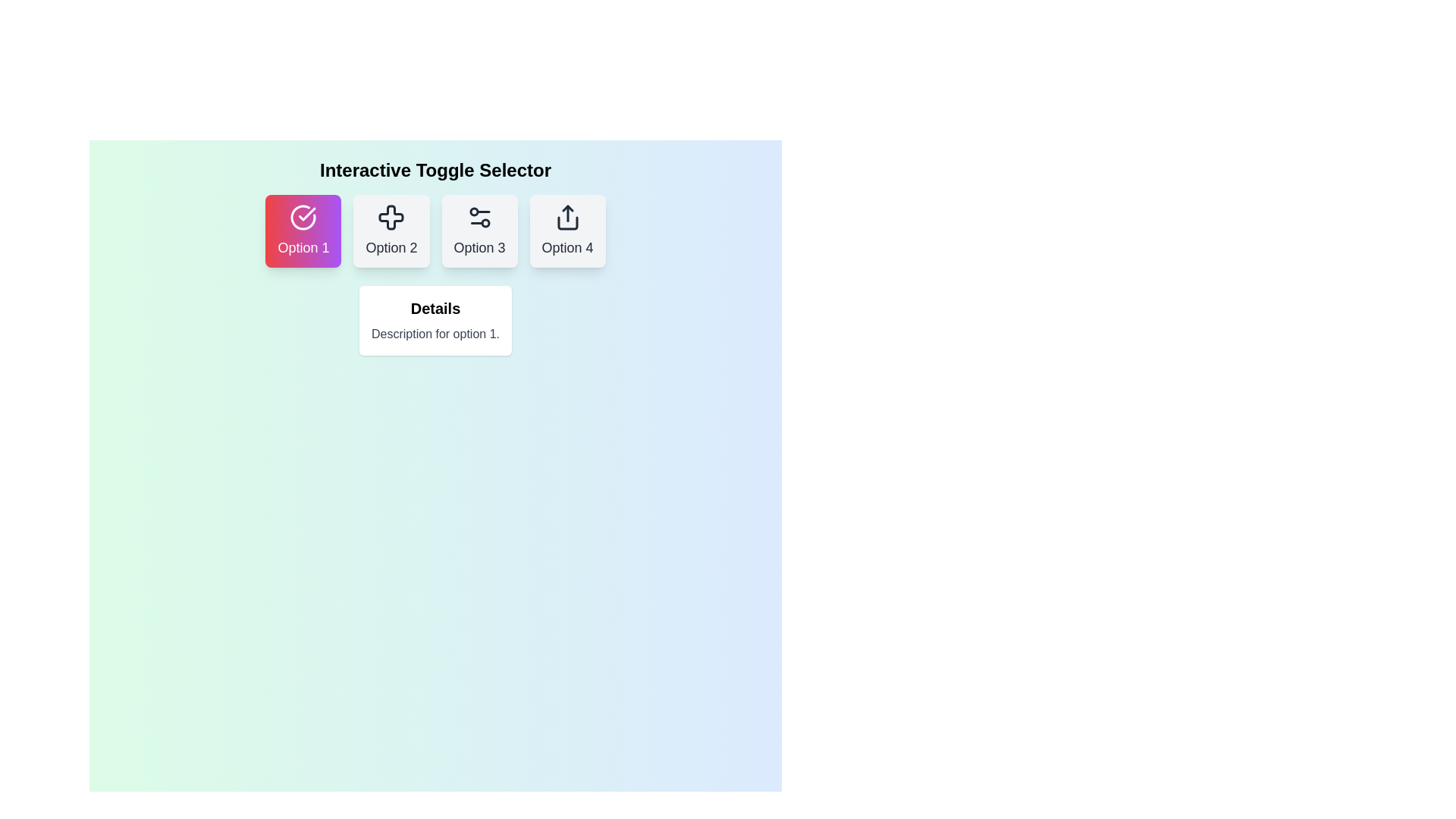  Describe the element at coordinates (566, 231) in the screenshot. I see `the button corresponding to Option 4 to display its description` at that location.